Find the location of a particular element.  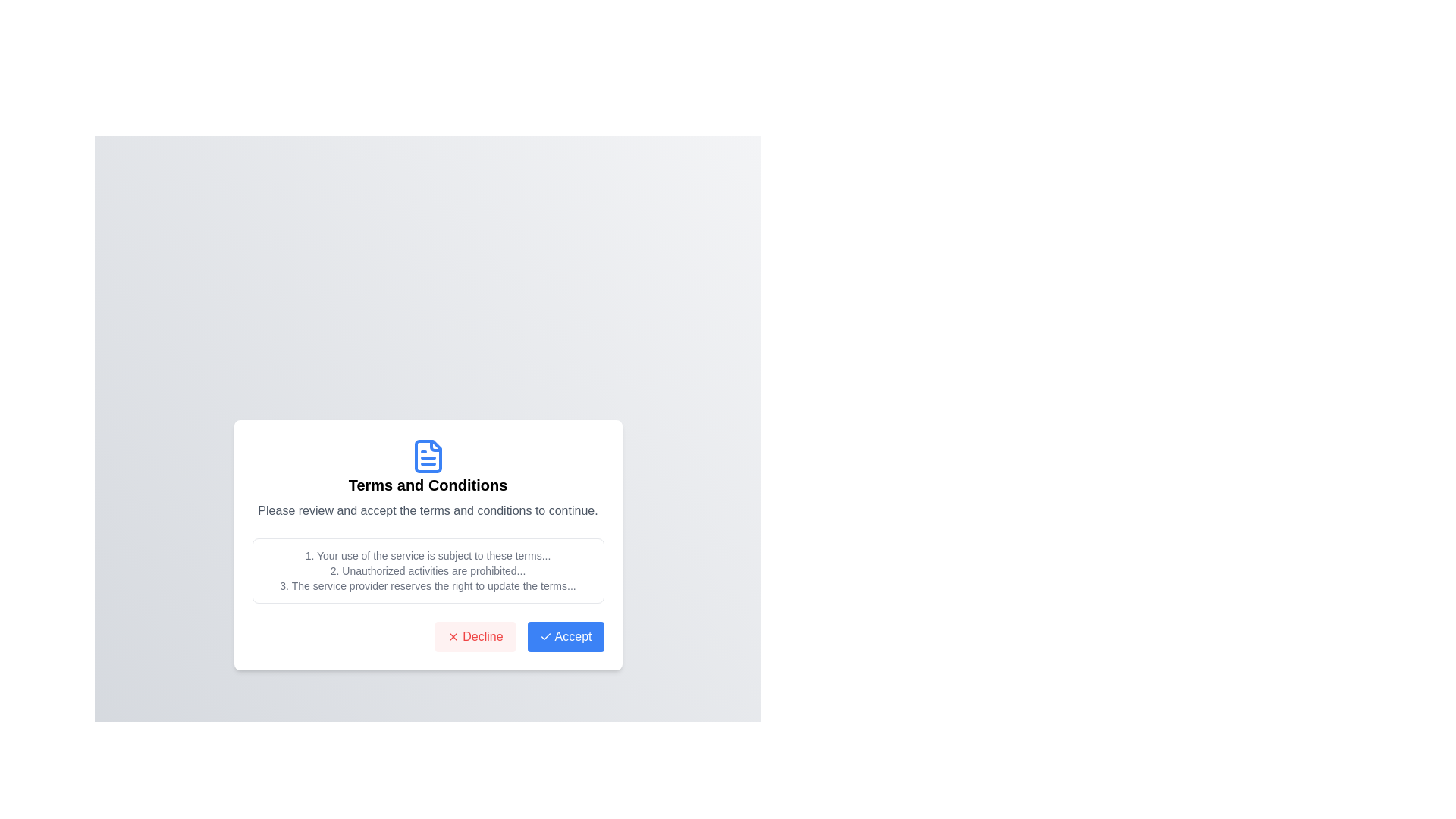

the acceptance button located at the bottom-right corner of the 'Terms and Conditions' card to confirm the user's acceptance is located at coordinates (564, 637).